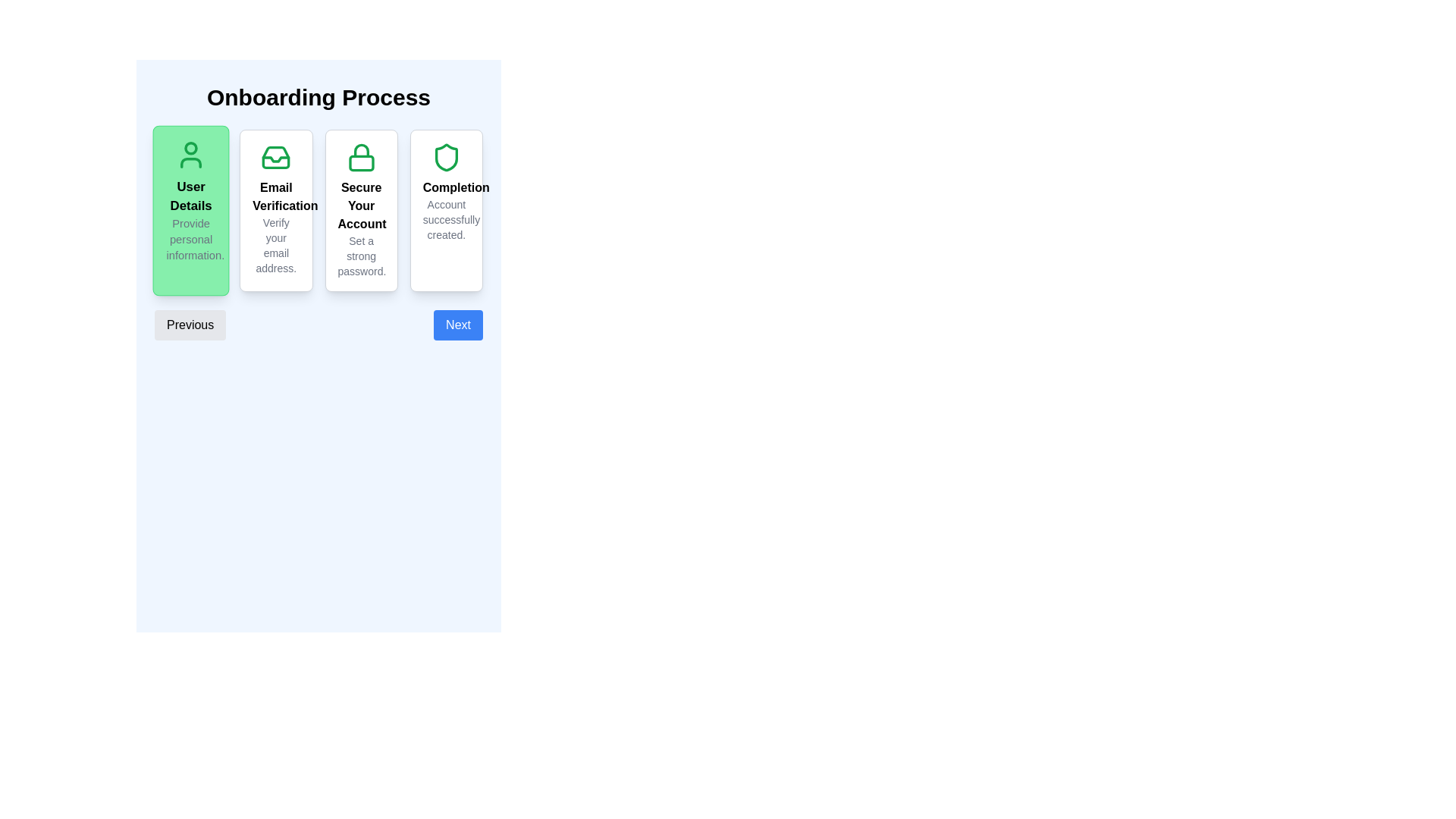 Image resolution: width=1456 pixels, height=819 pixels. What do you see at coordinates (318, 212) in the screenshot?
I see `the heading element labeled 'Onboarding Process' which is styled in bold and positioned at the top center of the page above the step cards` at bounding box center [318, 212].